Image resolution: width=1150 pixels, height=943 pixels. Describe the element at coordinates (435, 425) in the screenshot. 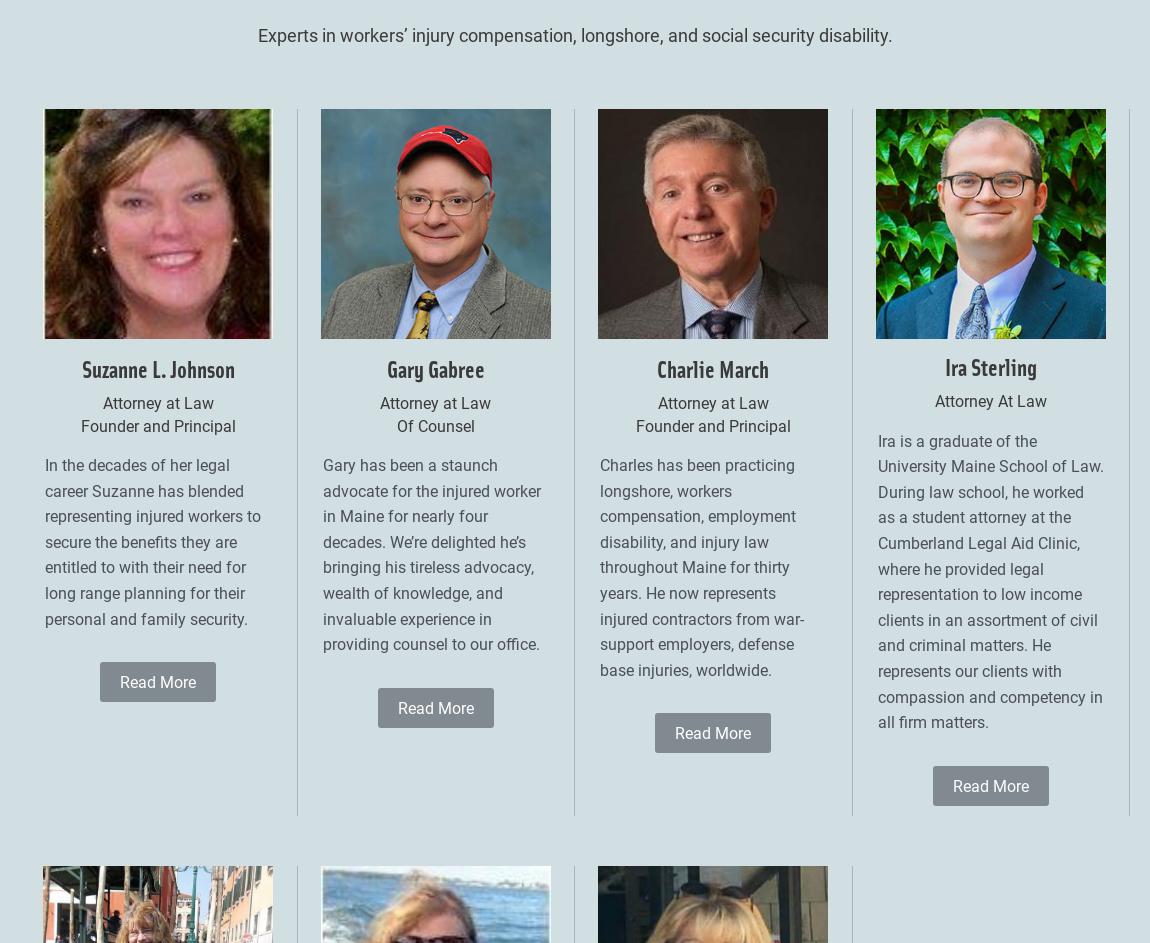

I see `'Of Counsel'` at that location.